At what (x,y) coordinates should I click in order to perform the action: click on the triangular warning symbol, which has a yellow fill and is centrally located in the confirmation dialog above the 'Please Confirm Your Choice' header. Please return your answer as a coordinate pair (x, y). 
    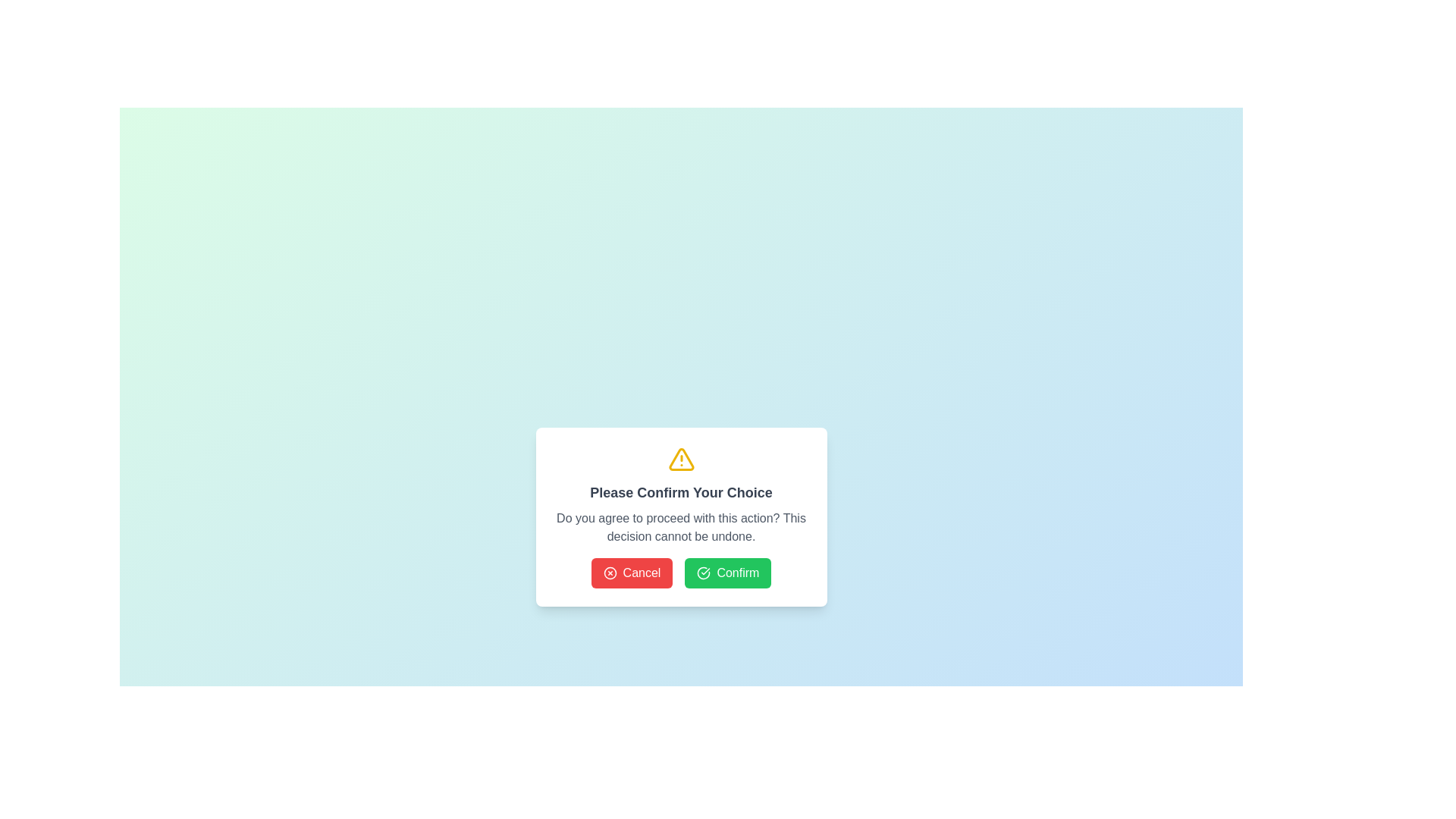
    Looking at the image, I should click on (680, 458).